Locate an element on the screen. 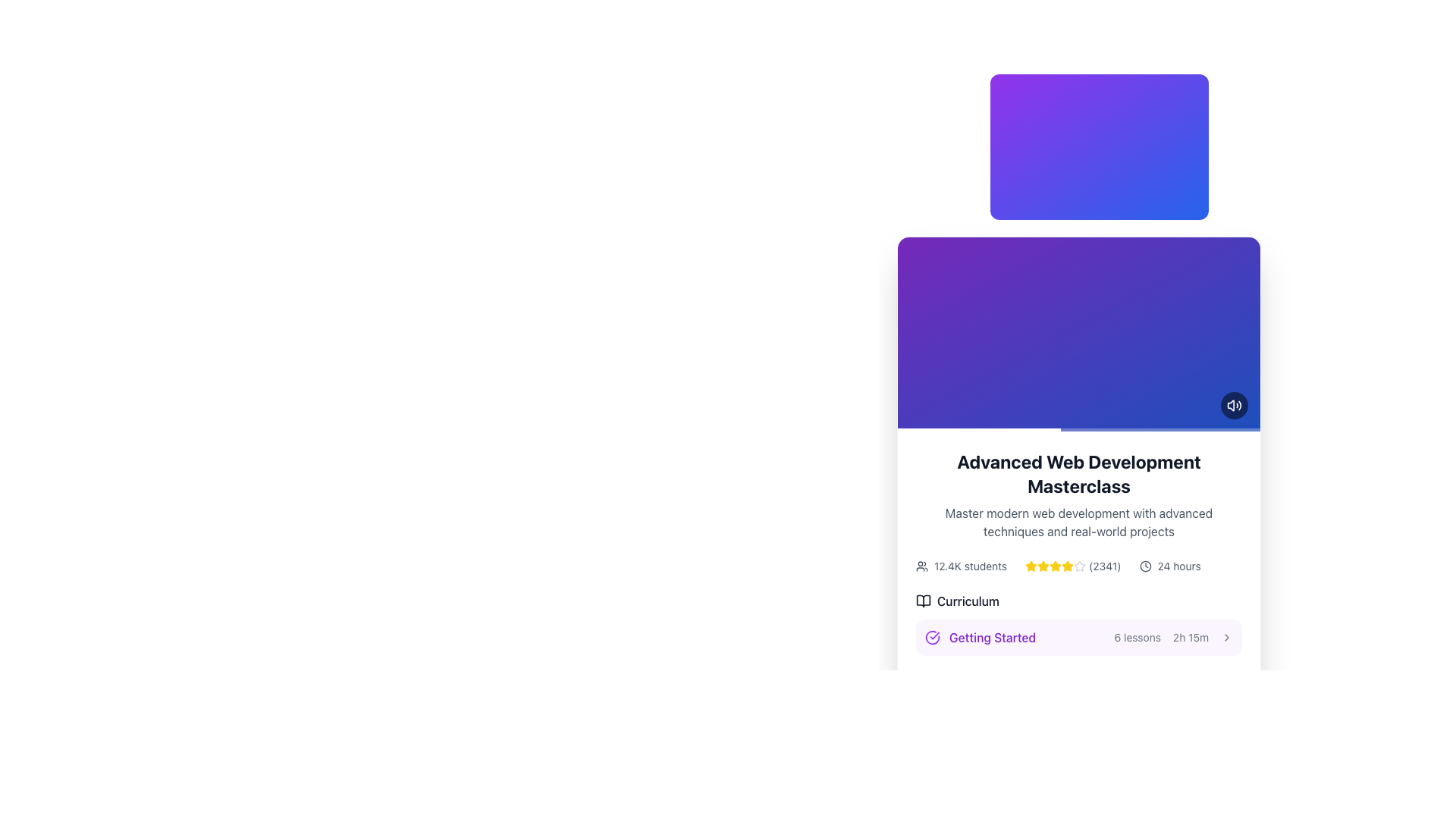 The height and width of the screenshot is (819, 1456). the audio control button located at the bottom-right corner of the blue-purple gradient section is located at coordinates (1234, 405).